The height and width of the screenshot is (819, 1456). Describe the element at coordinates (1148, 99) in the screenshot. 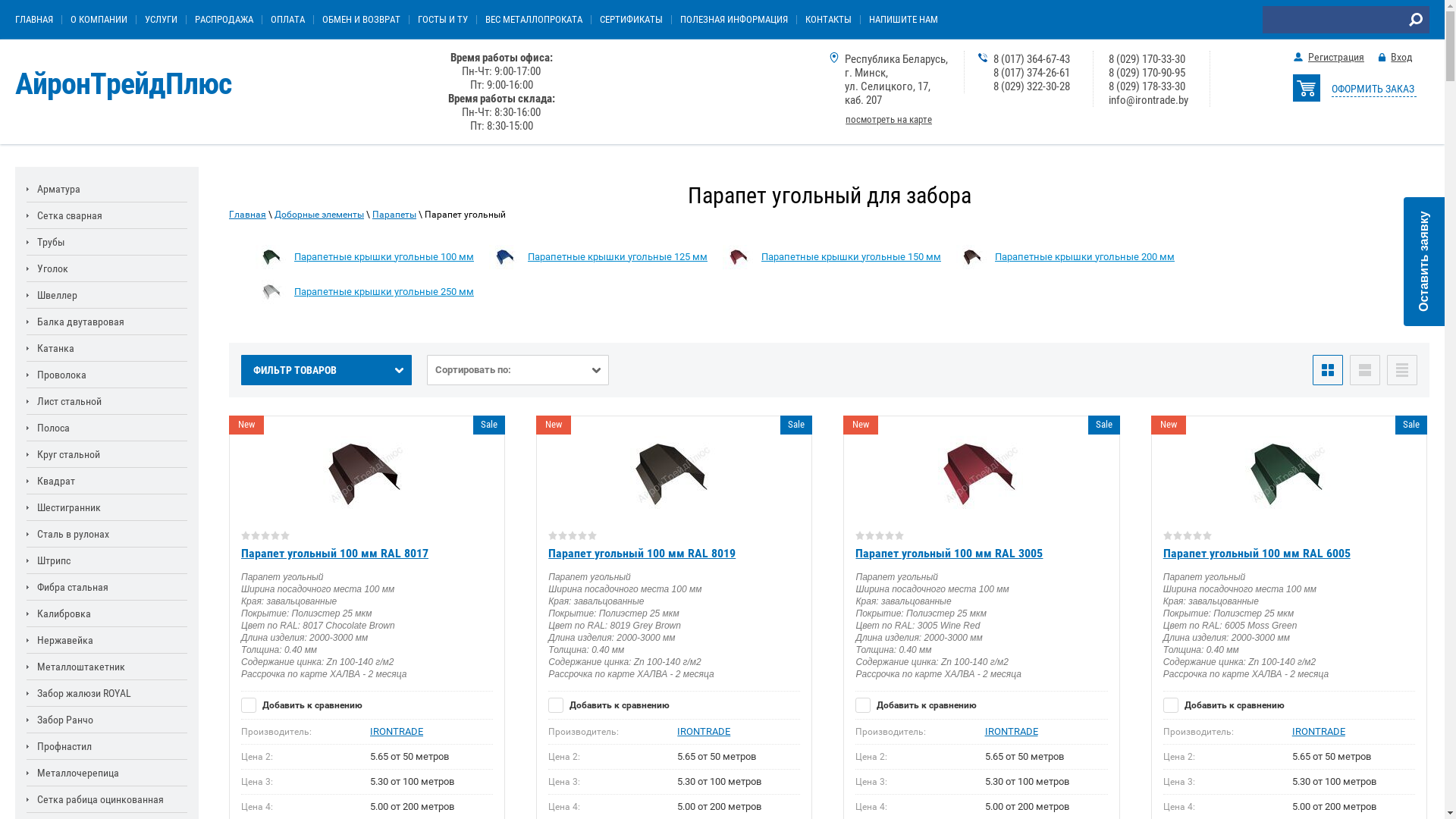

I see `'info@irontrade.by'` at that location.